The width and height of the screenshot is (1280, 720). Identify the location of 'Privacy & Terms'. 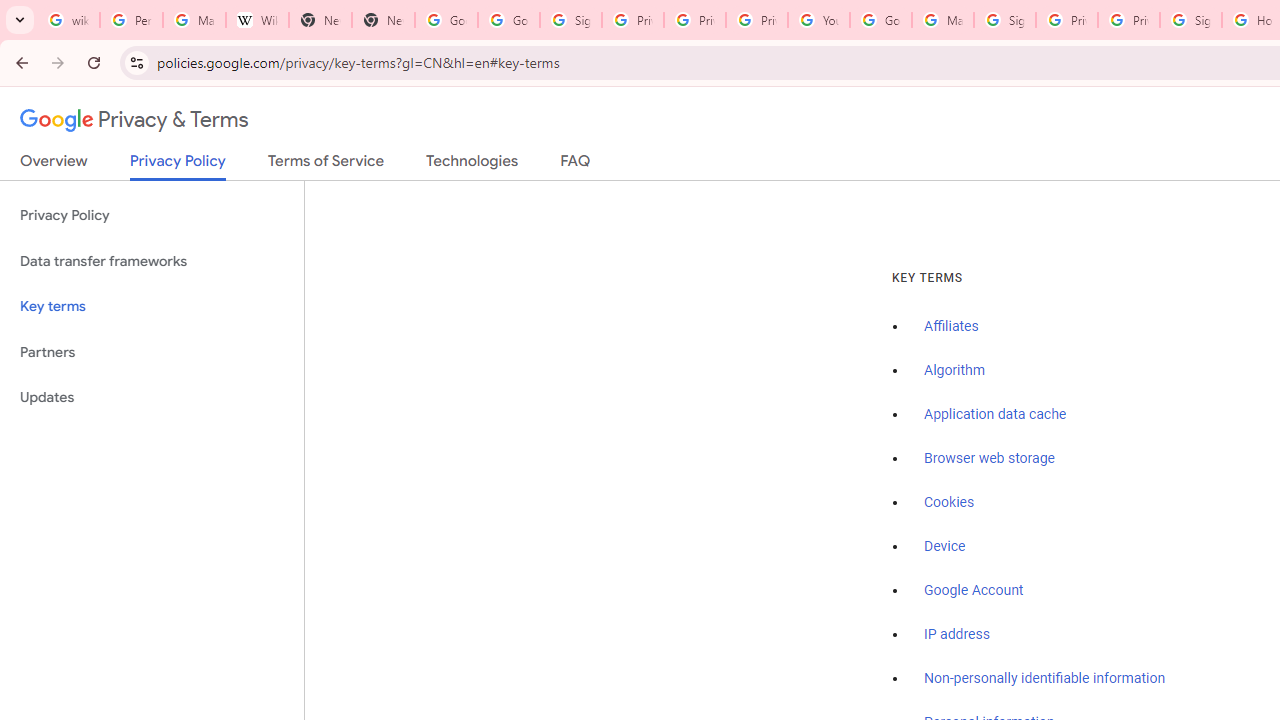
(134, 120).